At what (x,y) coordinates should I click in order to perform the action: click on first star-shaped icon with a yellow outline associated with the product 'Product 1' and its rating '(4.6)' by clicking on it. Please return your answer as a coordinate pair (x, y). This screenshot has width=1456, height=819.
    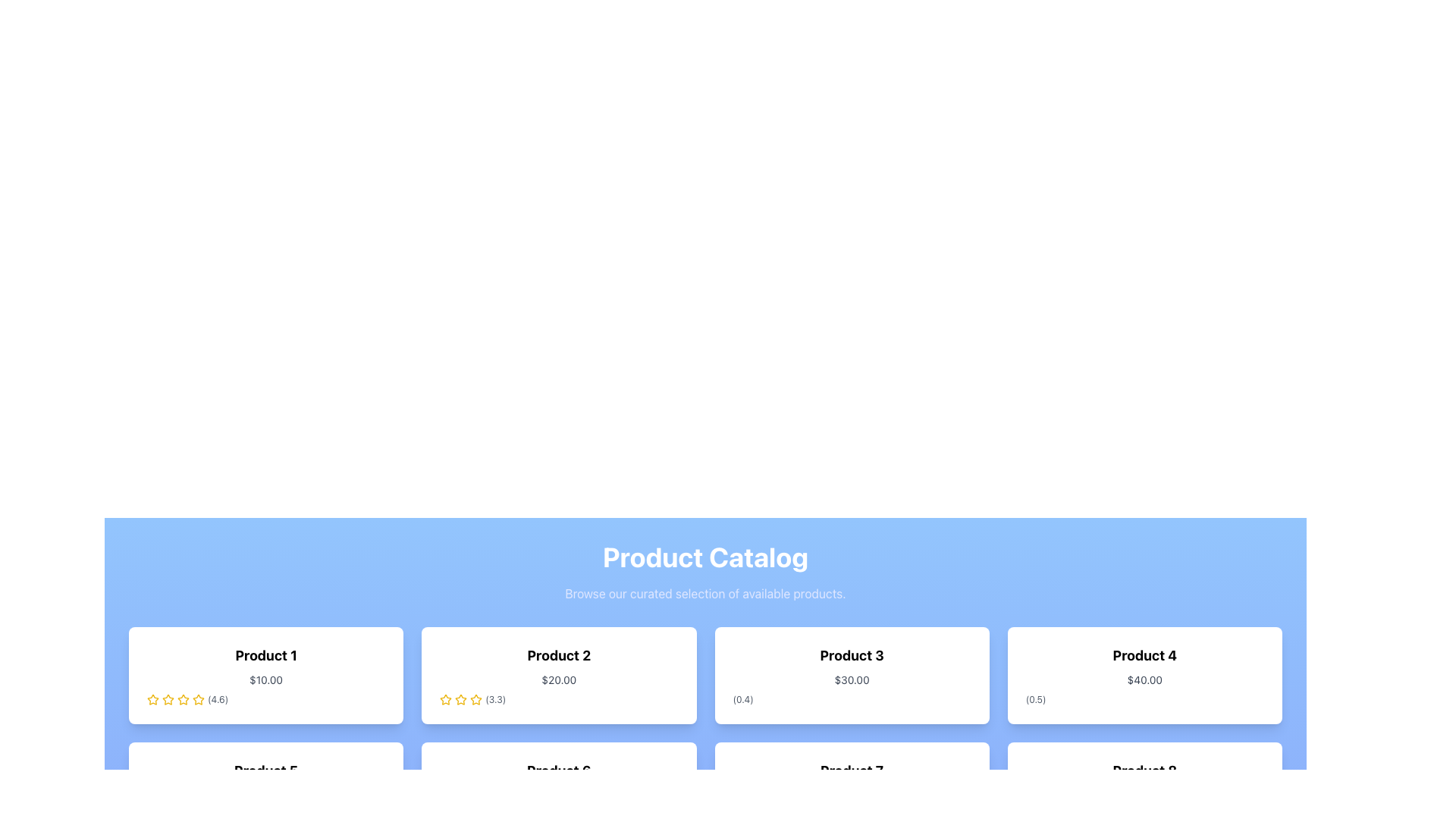
    Looking at the image, I should click on (152, 699).